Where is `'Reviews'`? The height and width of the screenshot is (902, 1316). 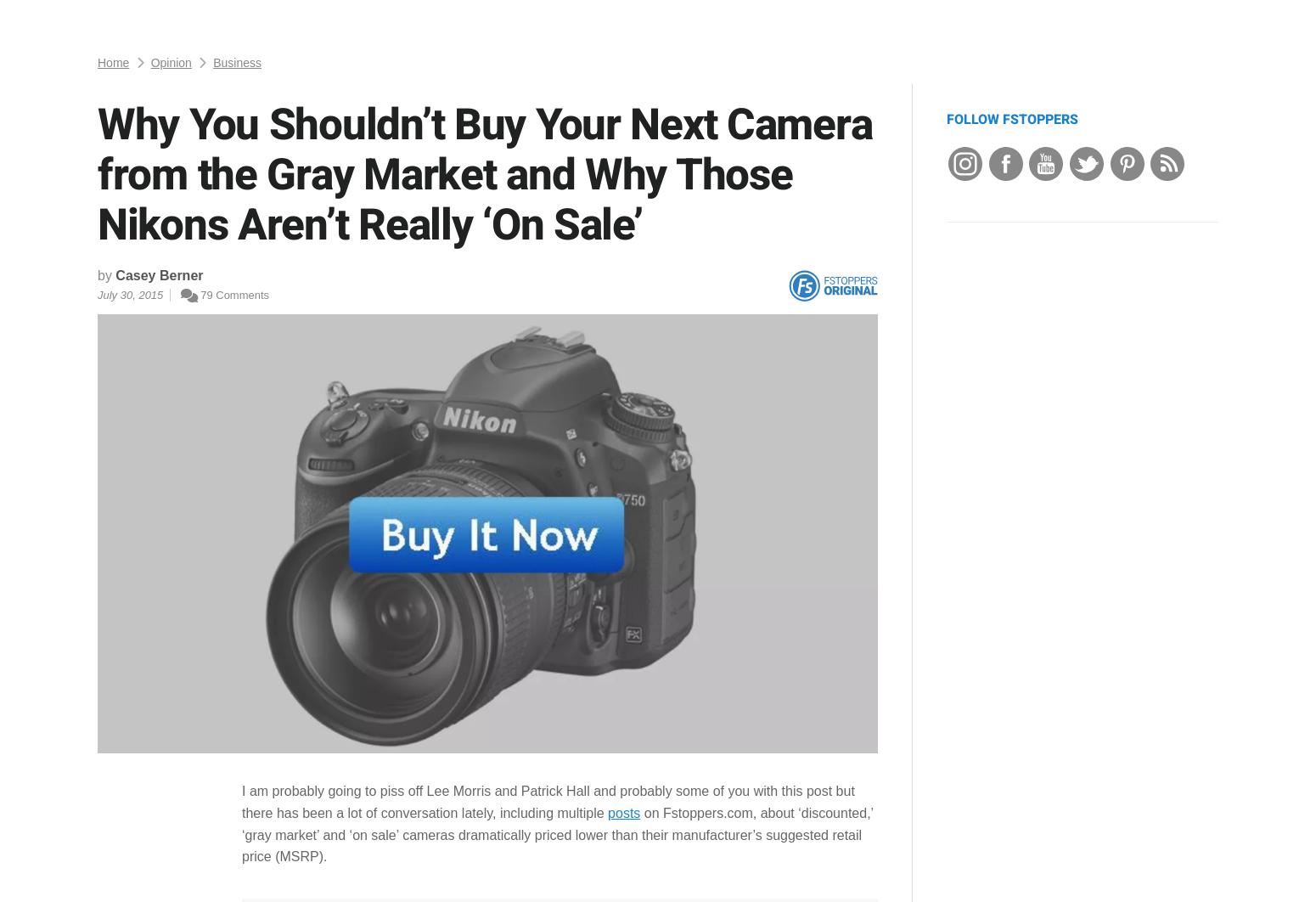 'Reviews' is located at coordinates (212, 20).